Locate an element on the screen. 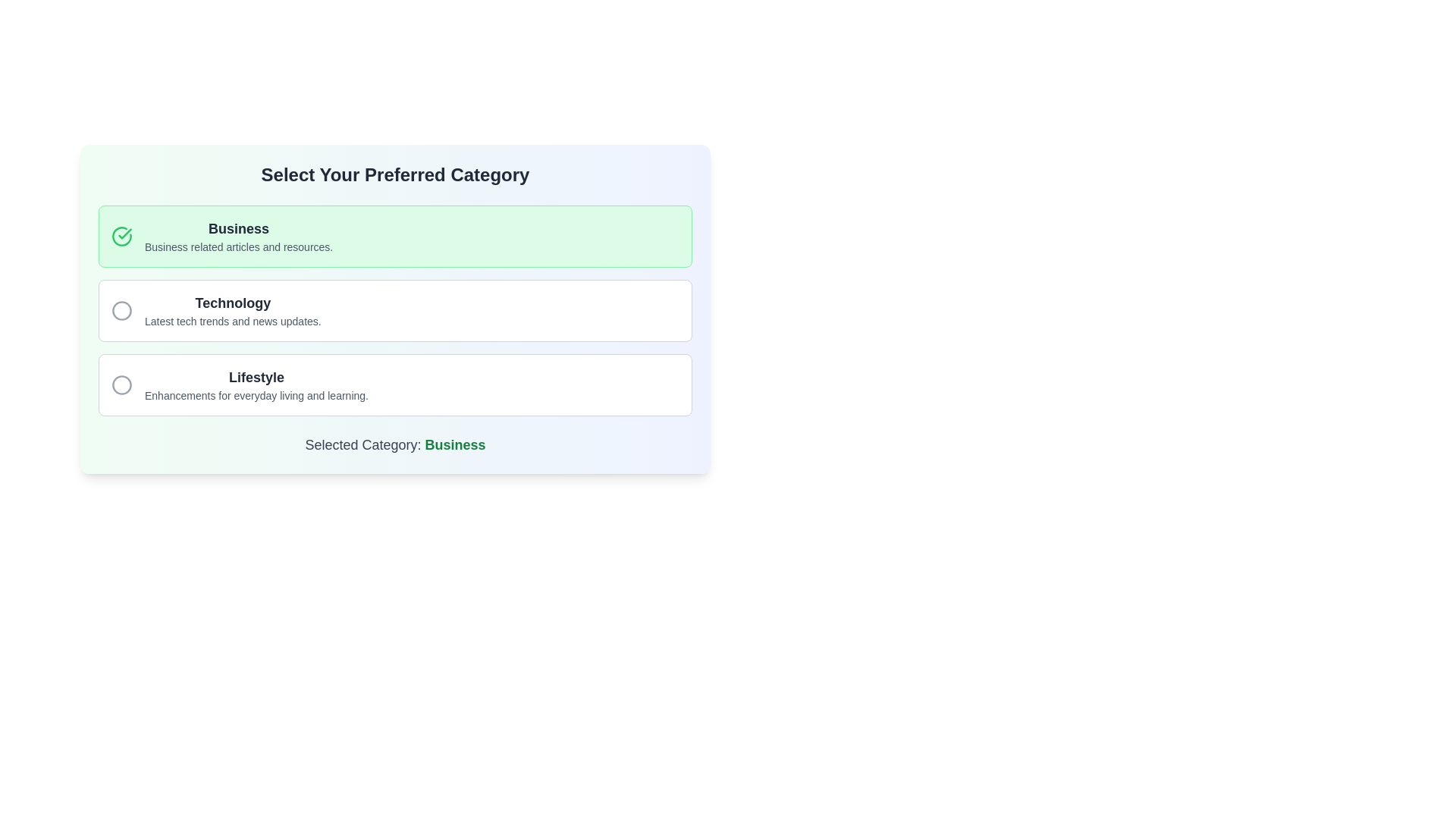  the text label that reads 'Enhancements for everyday living and learning.' which is styled in a smaller font size and light gray color, located under the heading 'Lifestyle' in the third row of a vertical list of categories is located at coordinates (256, 394).